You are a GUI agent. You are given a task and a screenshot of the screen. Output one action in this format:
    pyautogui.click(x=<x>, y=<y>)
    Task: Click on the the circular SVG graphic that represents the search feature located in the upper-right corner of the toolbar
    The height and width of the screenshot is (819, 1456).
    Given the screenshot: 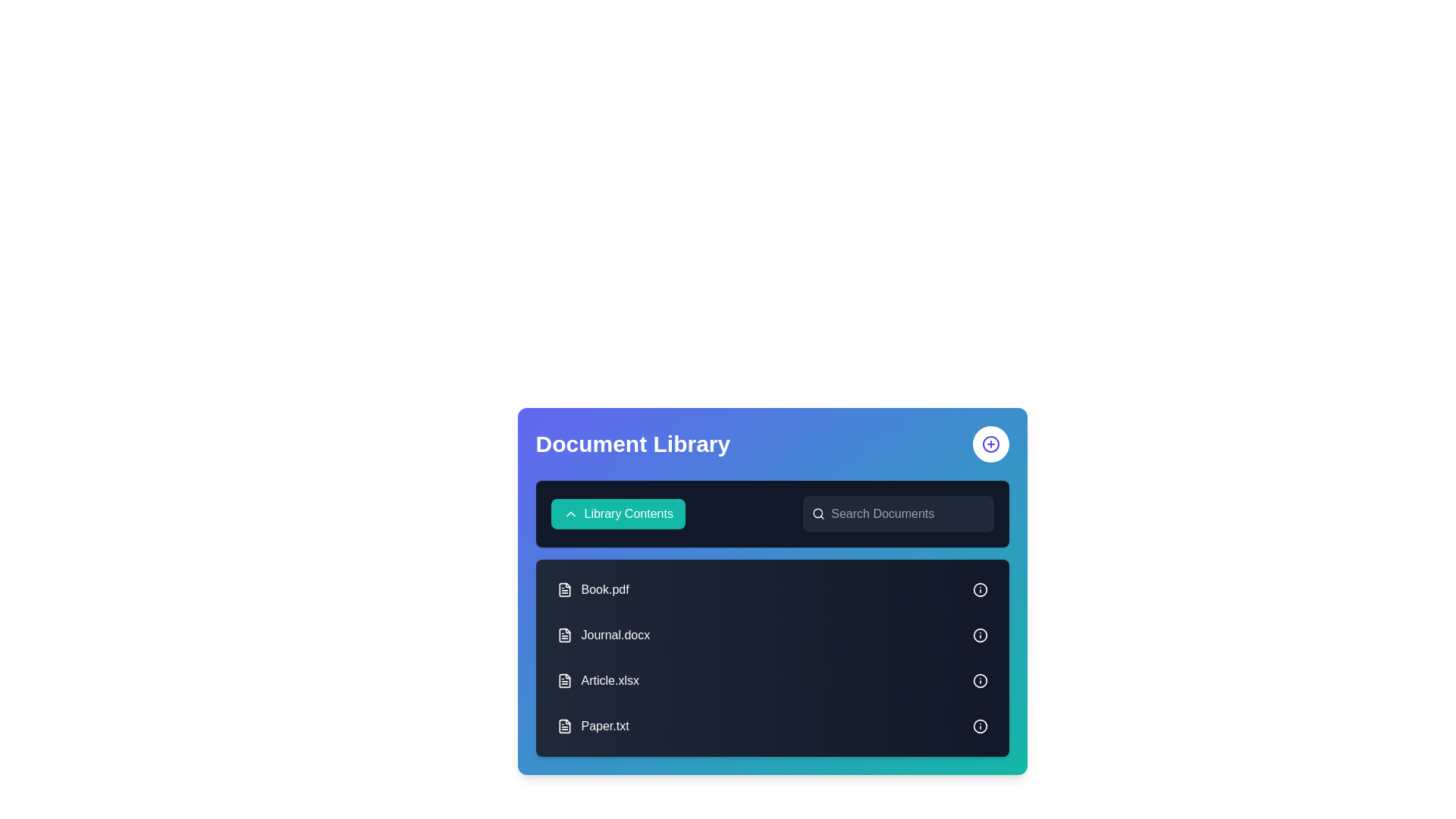 What is the action you would take?
    pyautogui.click(x=817, y=513)
    